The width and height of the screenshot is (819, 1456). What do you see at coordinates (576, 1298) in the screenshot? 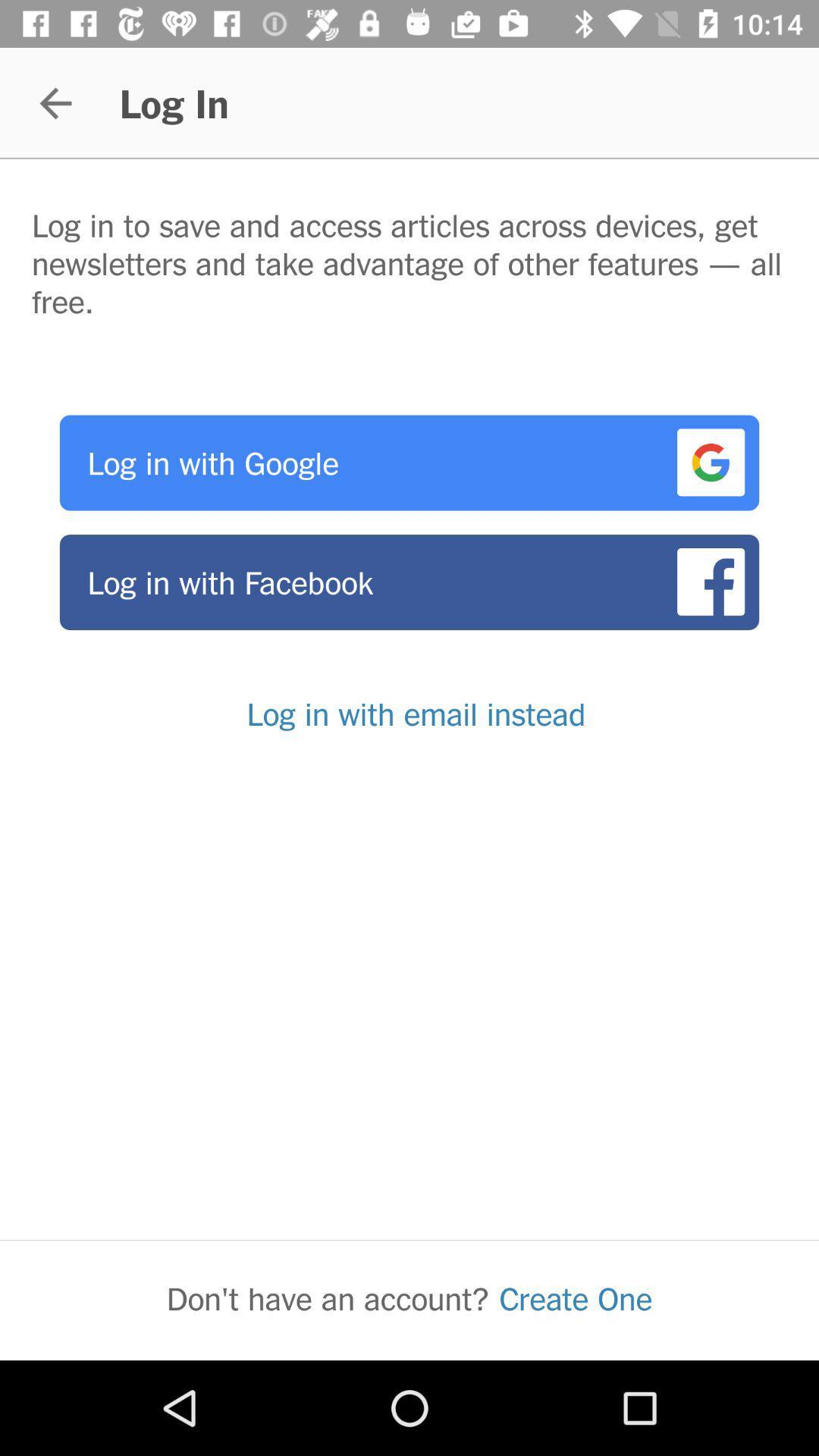
I see `the item to the right of the don t have item` at bounding box center [576, 1298].